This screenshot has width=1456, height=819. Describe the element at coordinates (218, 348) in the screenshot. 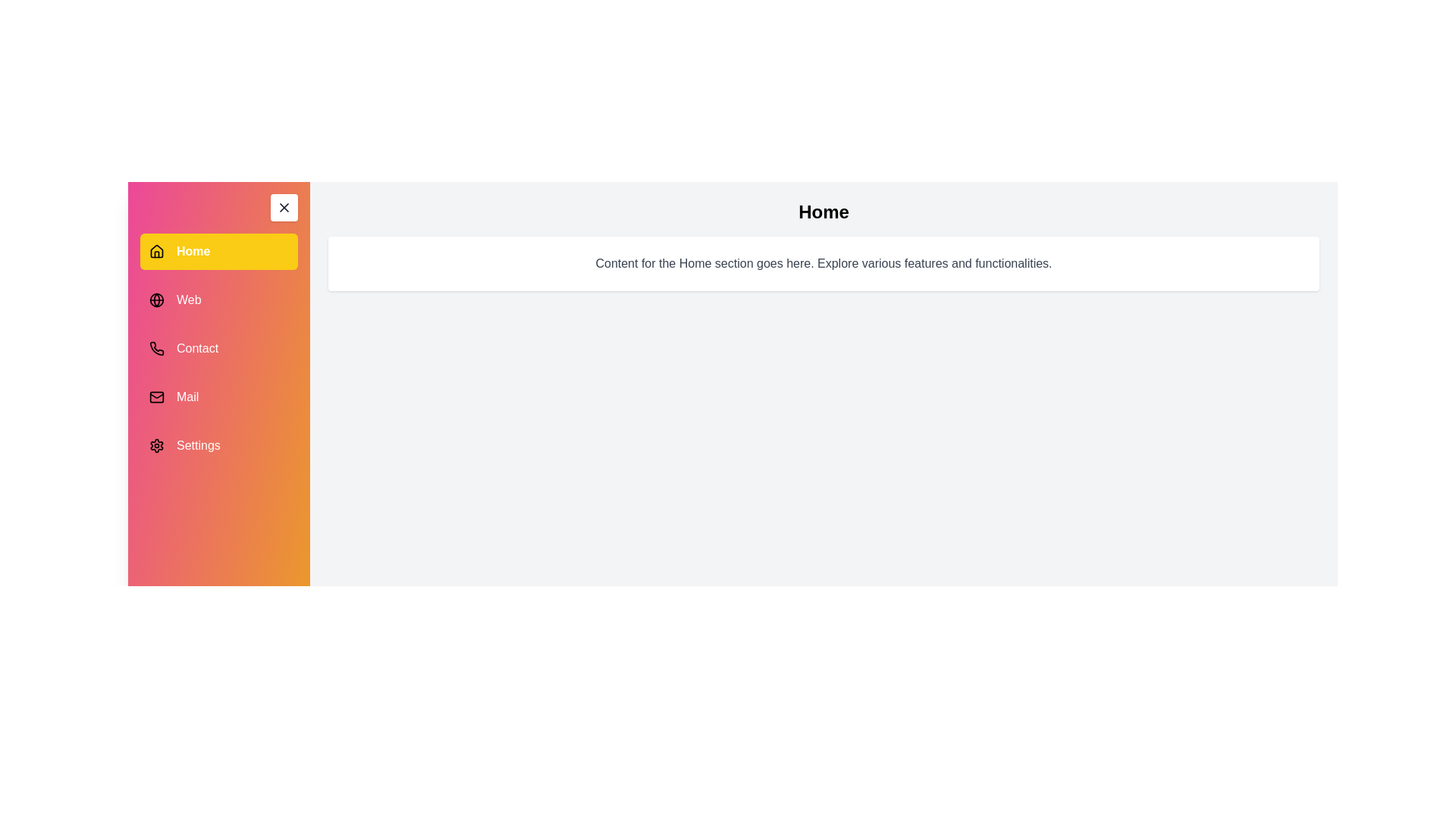

I see `the menu item Contact to view its associated content` at that location.